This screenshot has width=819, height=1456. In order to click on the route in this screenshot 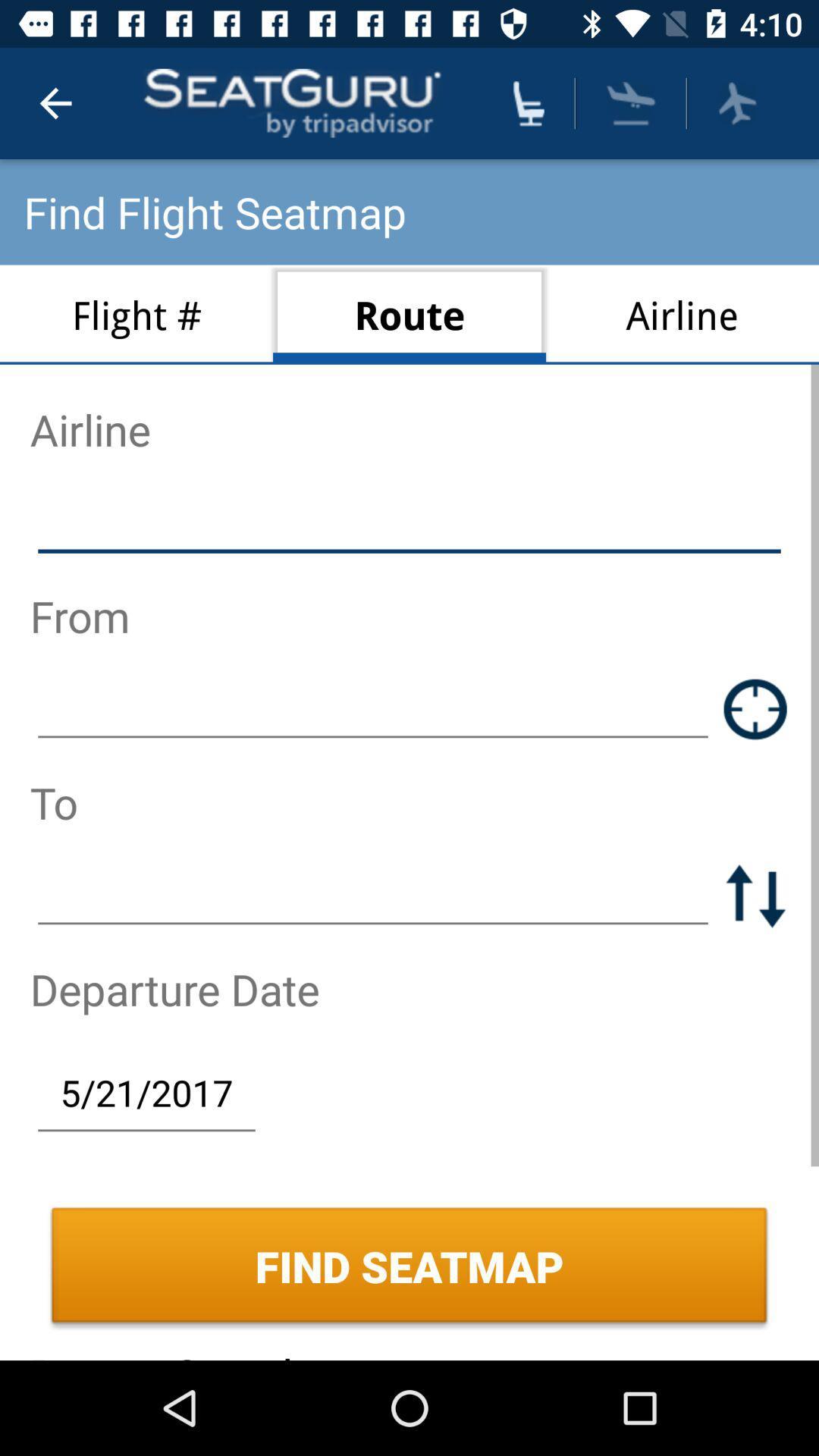, I will do `click(409, 314)`.